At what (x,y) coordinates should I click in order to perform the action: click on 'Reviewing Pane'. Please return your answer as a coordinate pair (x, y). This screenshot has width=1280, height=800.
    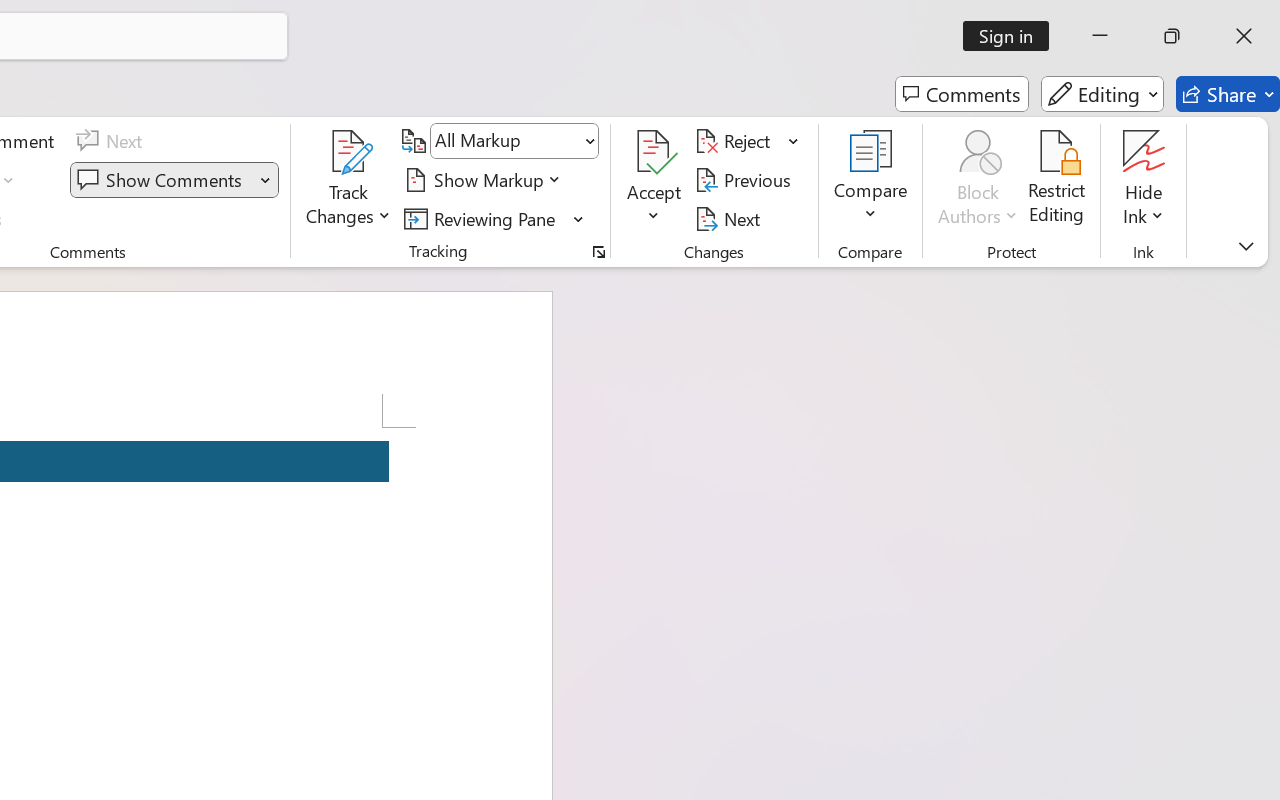
    Looking at the image, I should click on (494, 218).